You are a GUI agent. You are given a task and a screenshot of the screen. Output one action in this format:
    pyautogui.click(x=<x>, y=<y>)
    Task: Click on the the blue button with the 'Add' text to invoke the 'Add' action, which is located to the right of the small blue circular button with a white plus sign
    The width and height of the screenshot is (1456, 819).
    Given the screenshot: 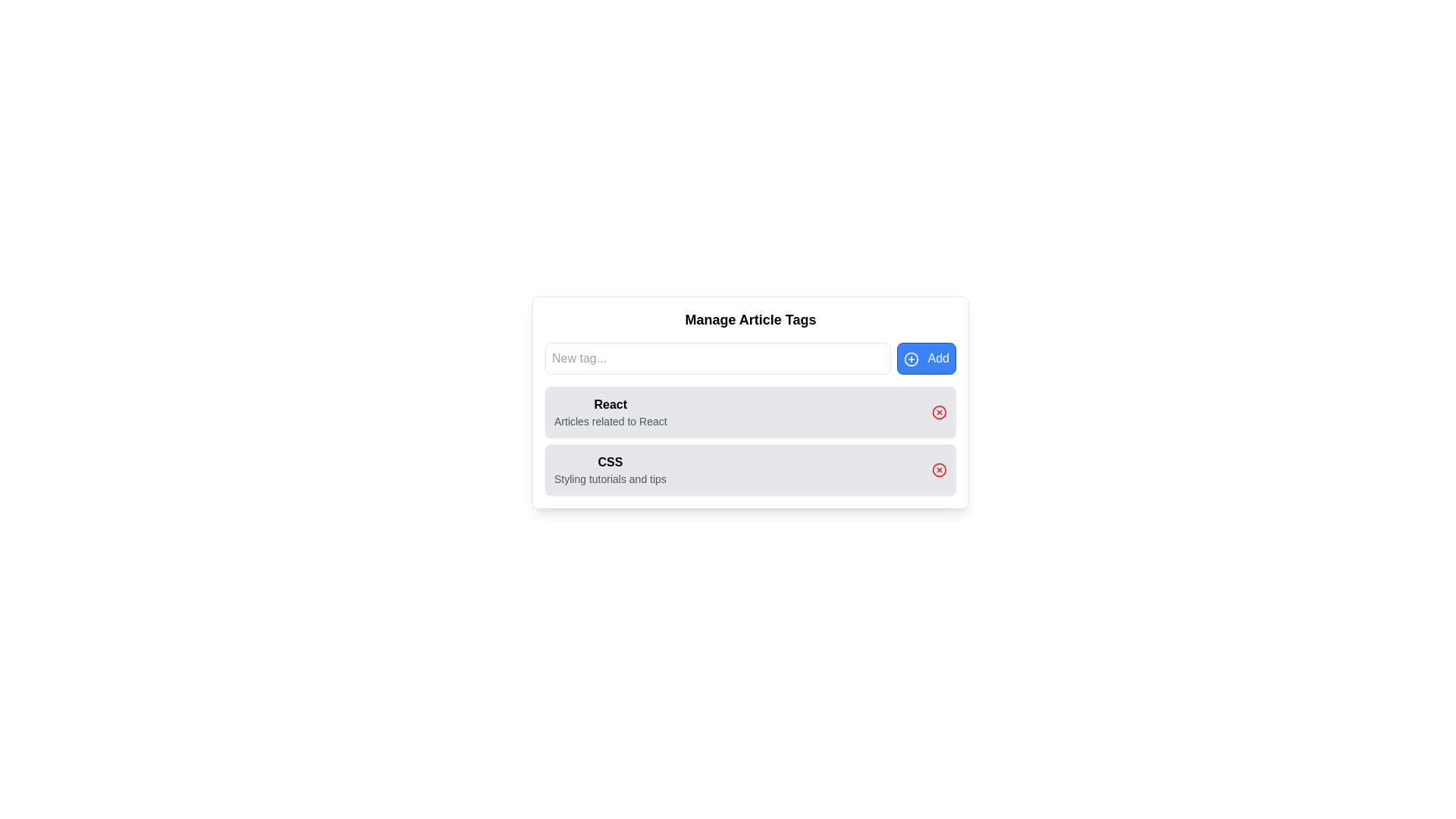 What is the action you would take?
    pyautogui.click(x=910, y=359)
    